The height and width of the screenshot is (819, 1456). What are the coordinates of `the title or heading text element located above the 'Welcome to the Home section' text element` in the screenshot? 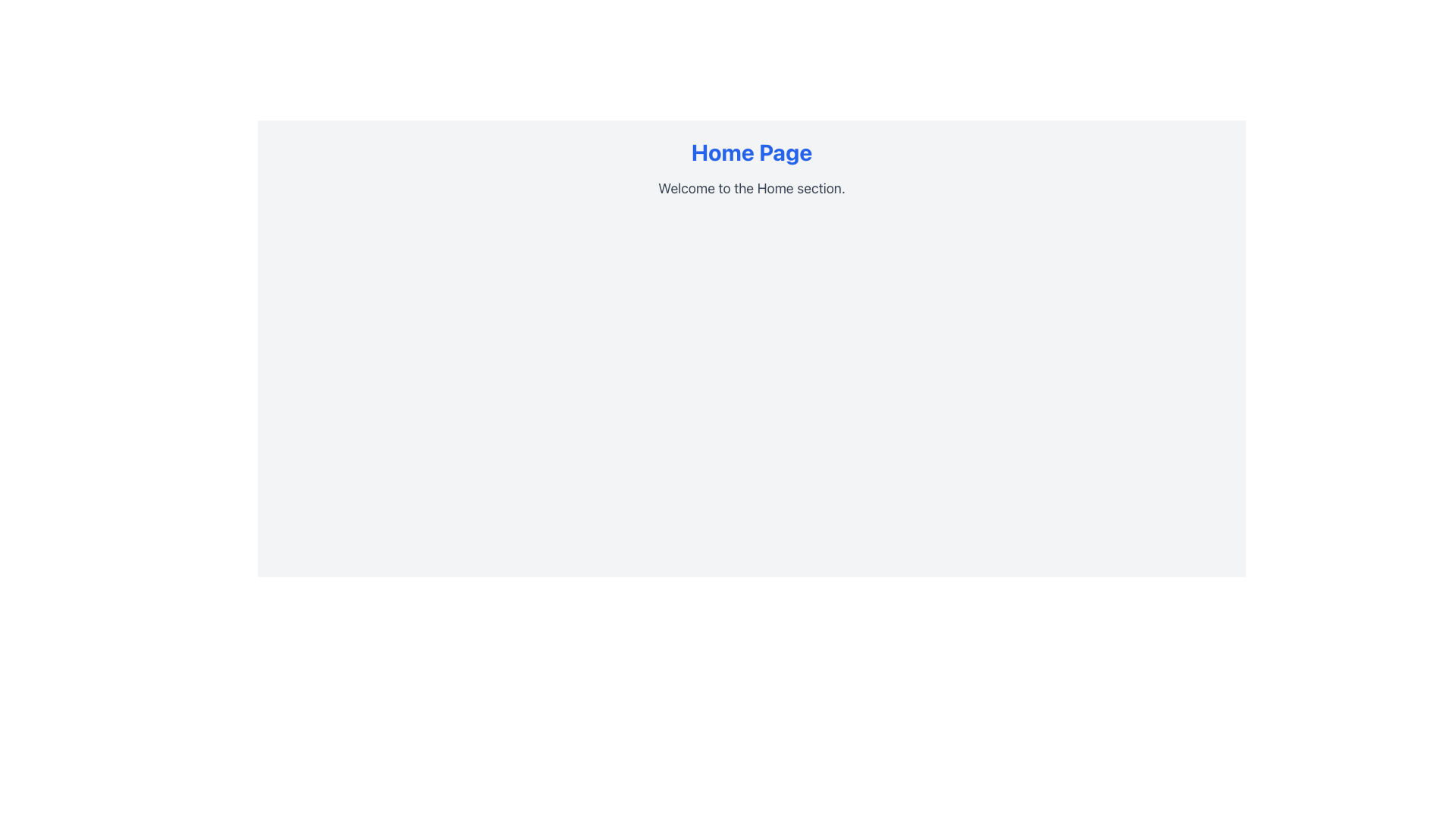 It's located at (752, 152).